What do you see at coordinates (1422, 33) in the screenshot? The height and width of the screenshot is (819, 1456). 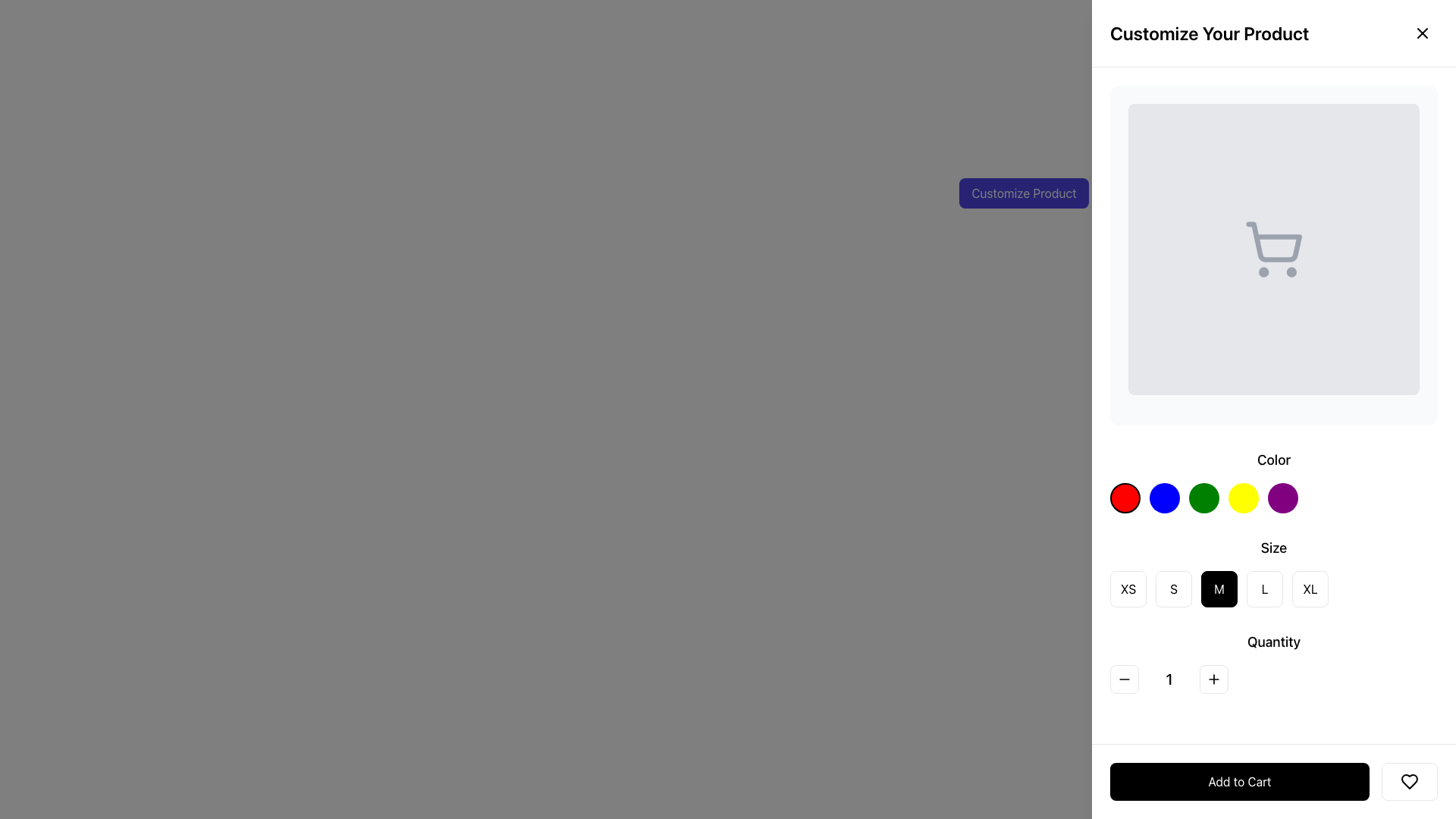 I see `the close button IconButton located in the top-right corner of the sidebar header` at bounding box center [1422, 33].